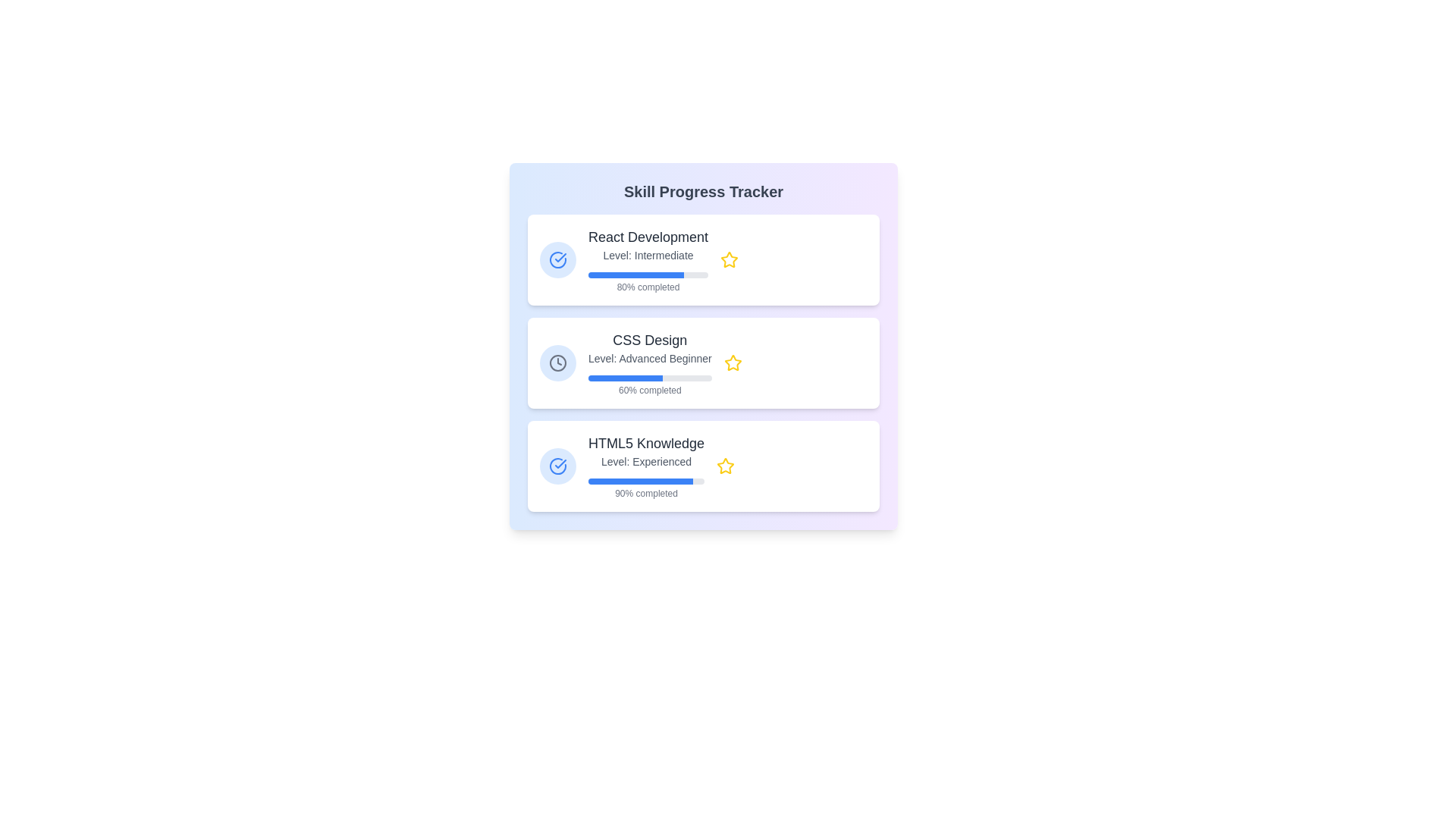 Image resolution: width=1456 pixels, height=819 pixels. Describe the element at coordinates (646, 465) in the screenshot. I see `the composite skill tracker element displaying 'HTML5 Knowledge', which includes the proficiency level 'Experienced' and a progress bar showing 90% progress` at that location.